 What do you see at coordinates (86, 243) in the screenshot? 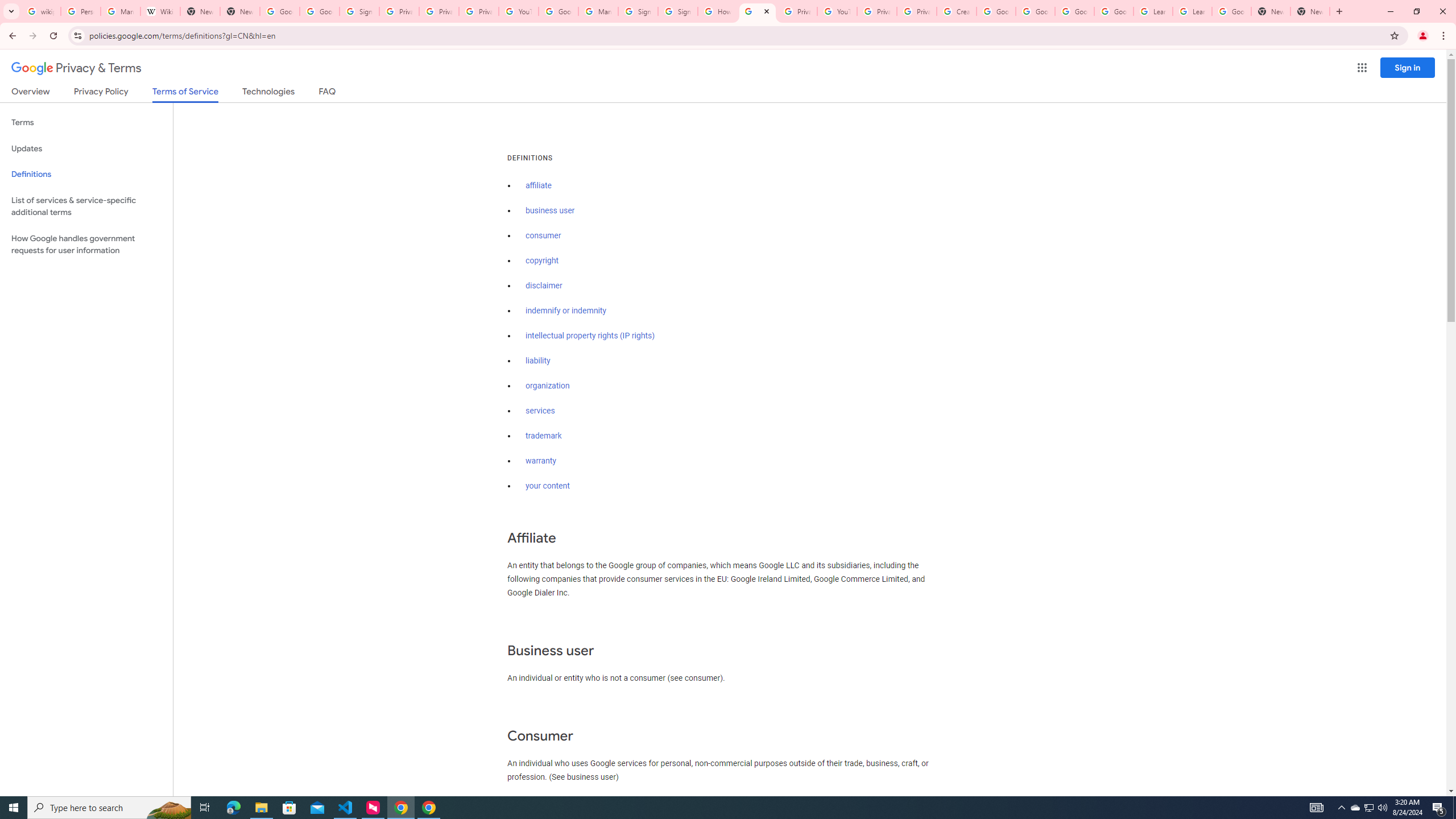
I see `'How Google handles government requests for user information'` at bounding box center [86, 243].